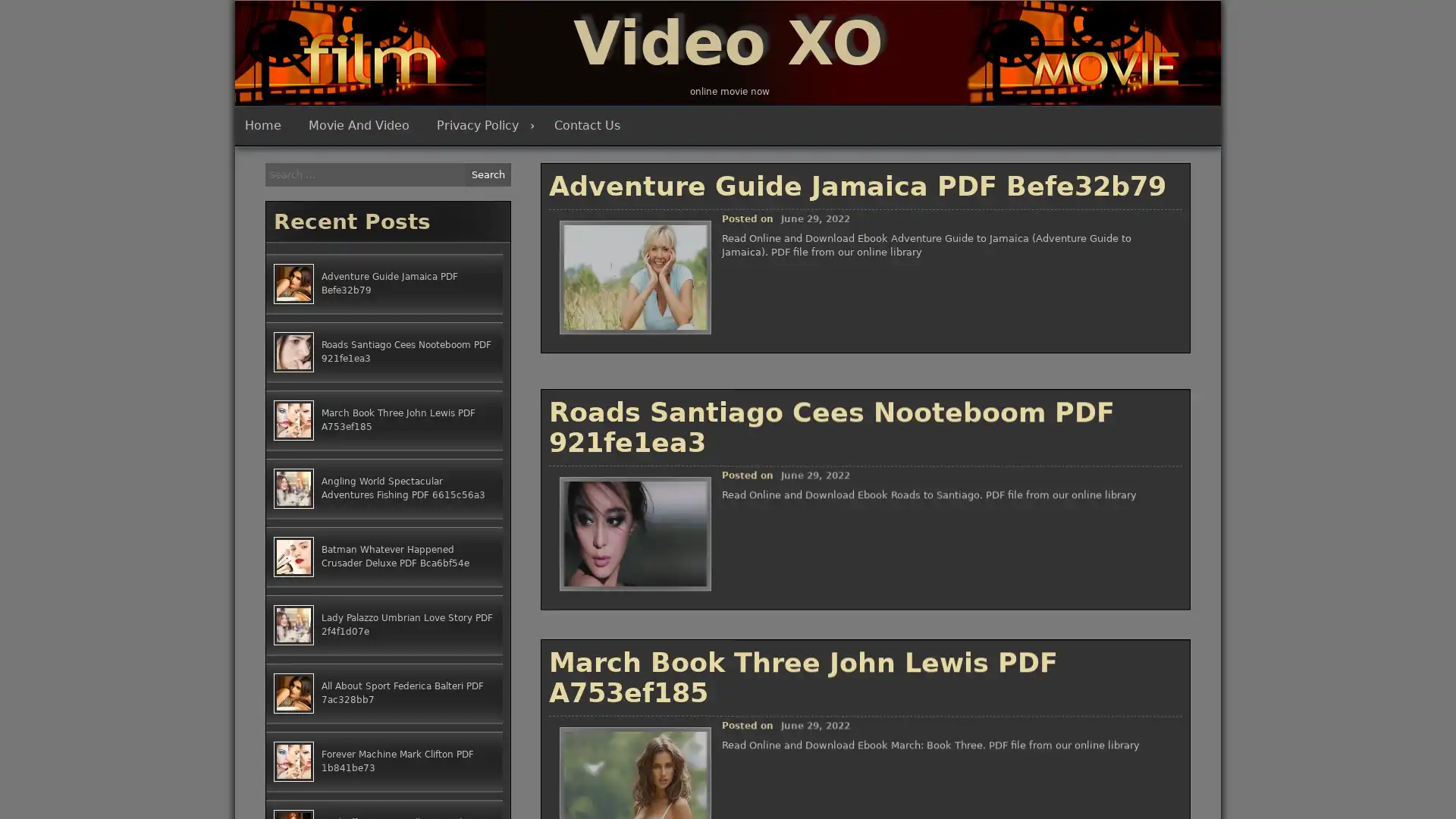  Describe the element at coordinates (488, 174) in the screenshot. I see `Search` at that location.